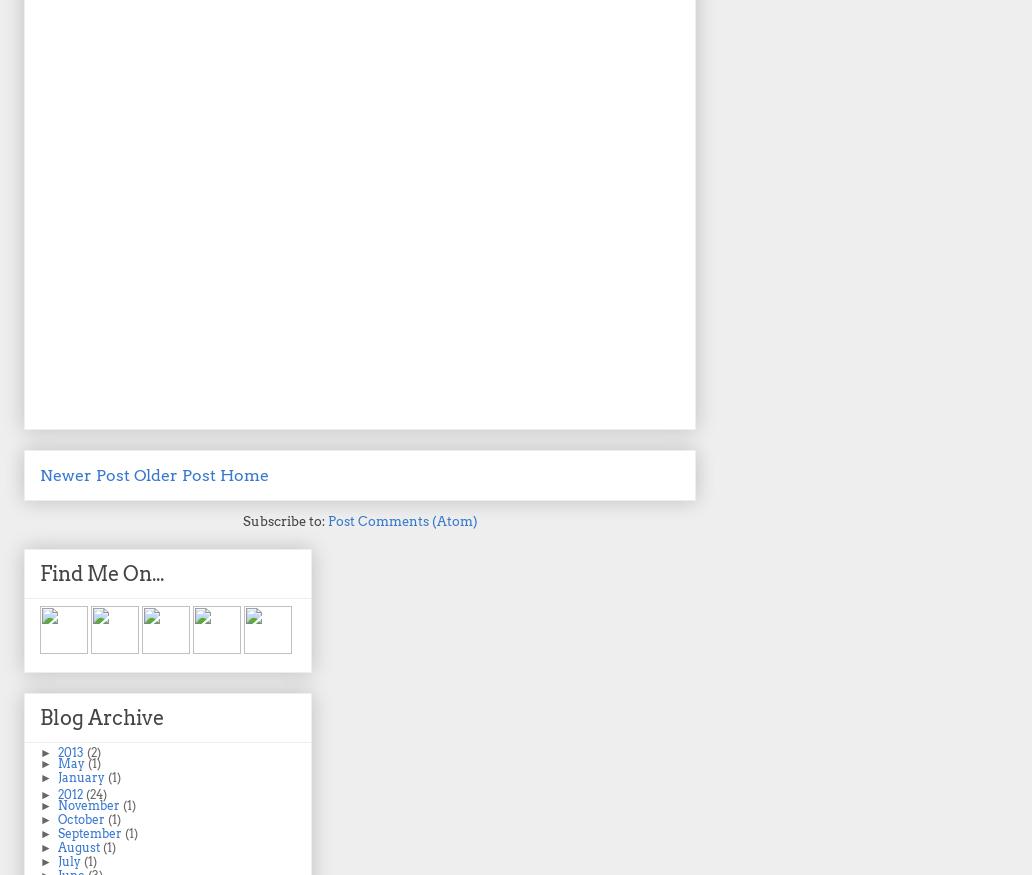 The width and height of the screenshot is (1032, 875). What do you see at coordinates (71, 793) in the screenshot?
I see `'2012'` at bounding box center [71, 793].